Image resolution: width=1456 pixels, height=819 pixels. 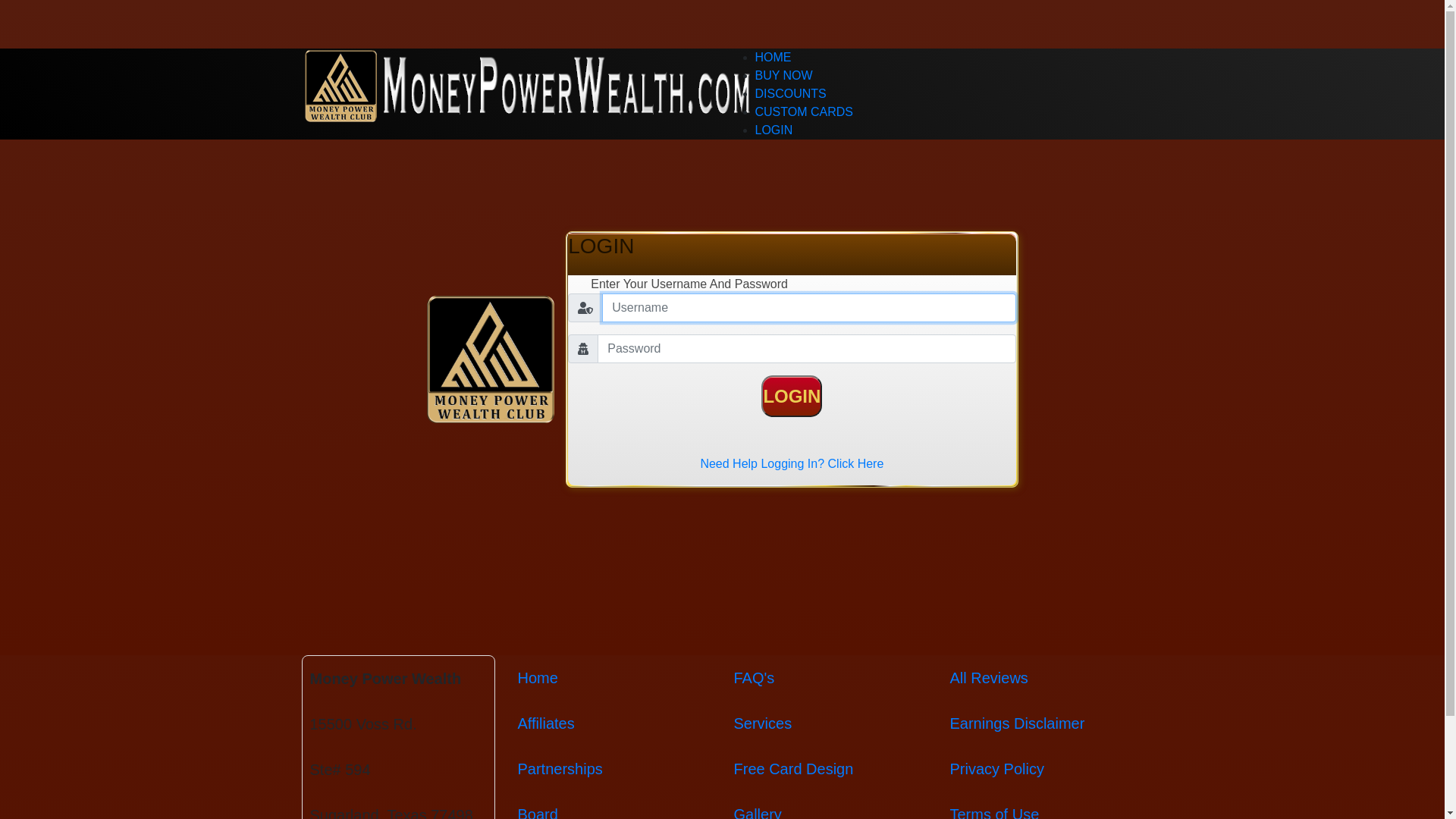 What do you see at coordinates (755, 56) in the screenshot?
I see `'HOME'` at bounding box center [755, 56].